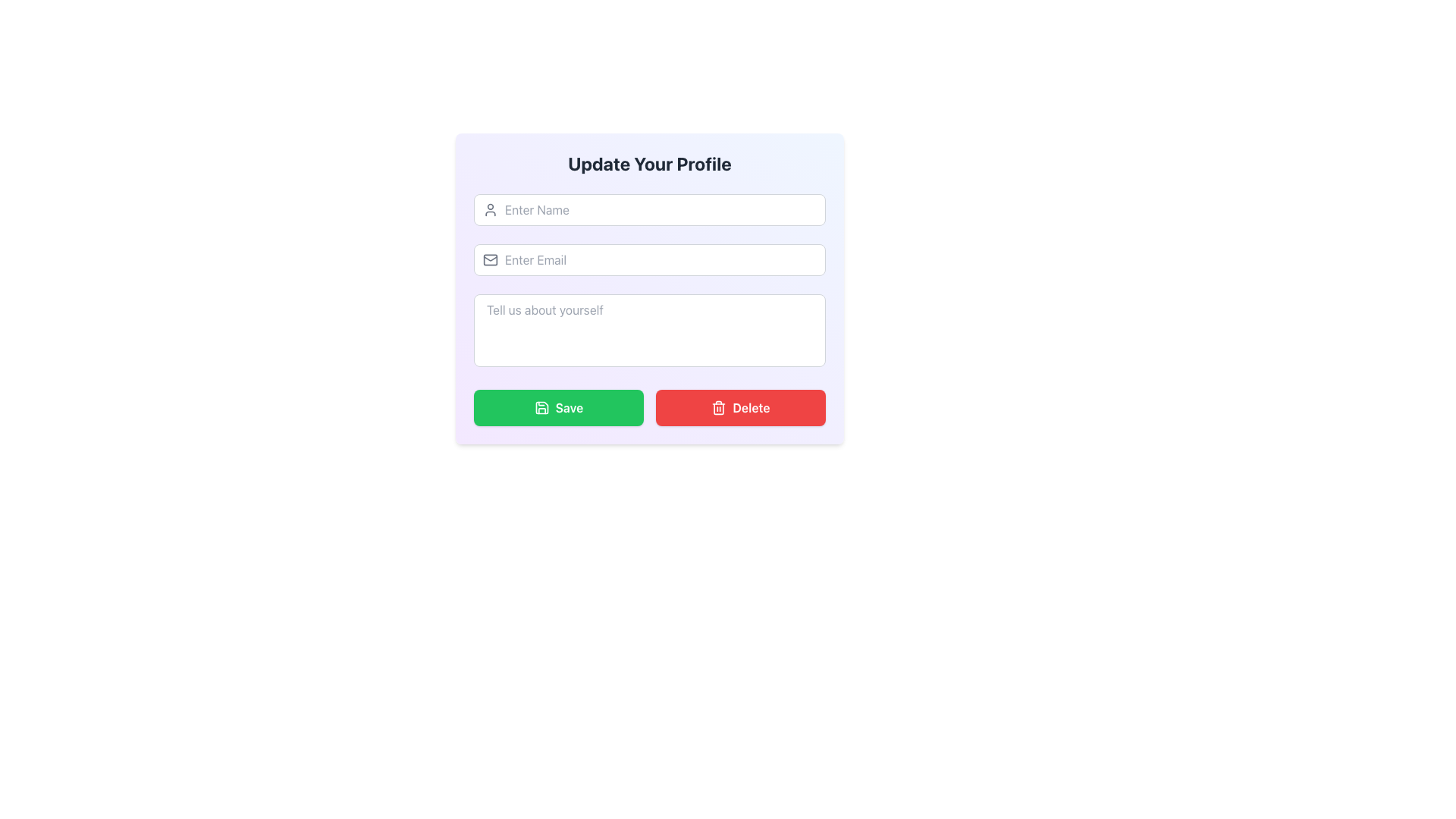 Image resolution: width=1456 pixels, height=819 pixels. I want to click on the green circular floppy disk icon located to the left of the Save button in the bottom-left corner of the pop-up form, so click(541, 406).